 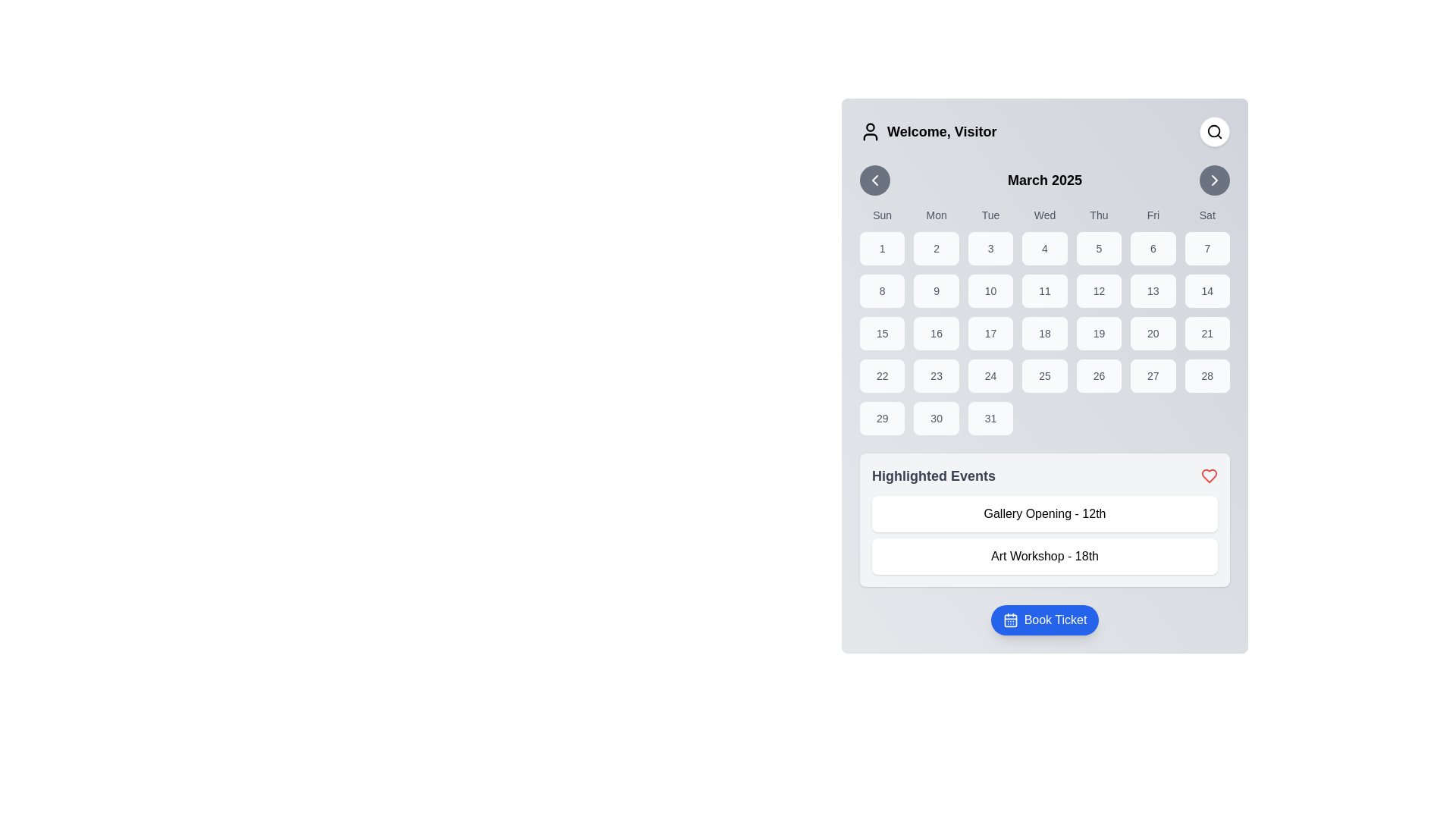 I want to click on to select the date '26' in the calendar, which is represented as the 5th cell in the 5th row of the grid layout, so click(x=1099, y=375).